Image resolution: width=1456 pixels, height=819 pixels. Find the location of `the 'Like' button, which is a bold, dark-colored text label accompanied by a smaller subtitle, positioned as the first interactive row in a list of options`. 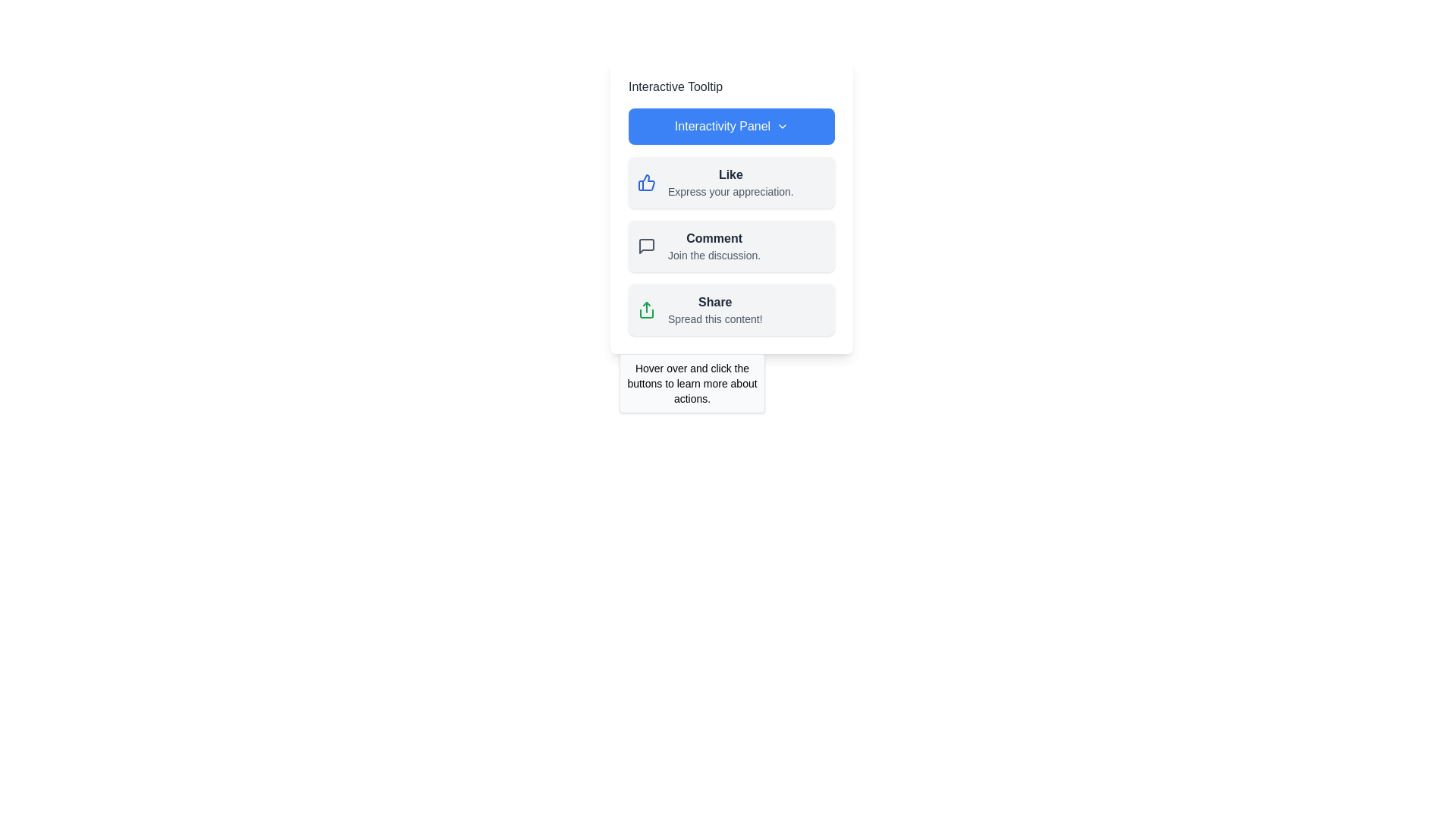

the 'Like' button, which is a bold, dark-colored text label accompanied by a smaller subtitle, positioned as the first interactive row in a list of options is located at coordinates (730, 181).